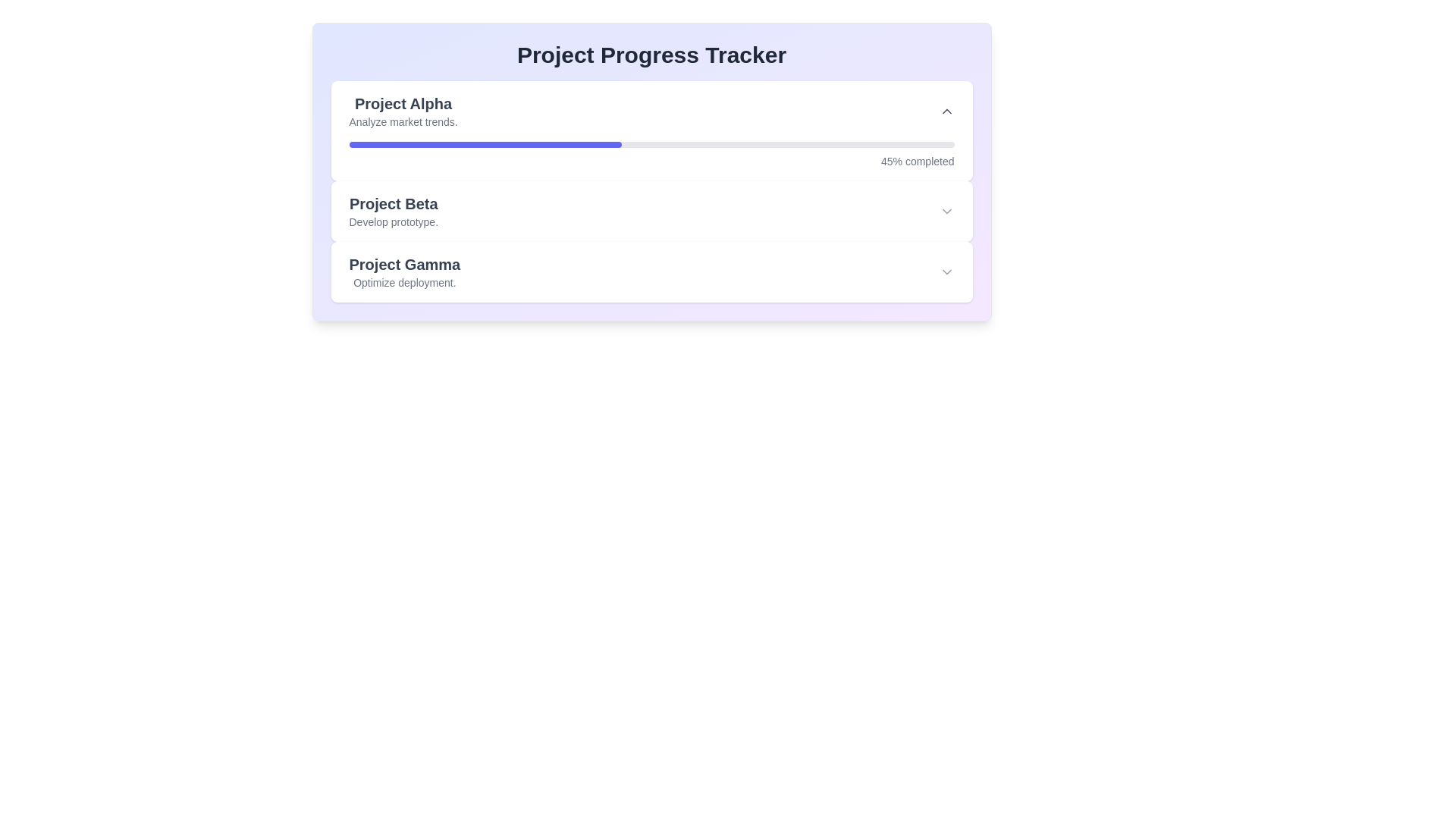 Image resolution: width=1456 pixels, height=819 pixels. Describe the element at coordinates (485, 145) in the screenshot. I see `the filled portion of the progress bar indicating 45% completion under the 'Project Alpha' section` at that location.